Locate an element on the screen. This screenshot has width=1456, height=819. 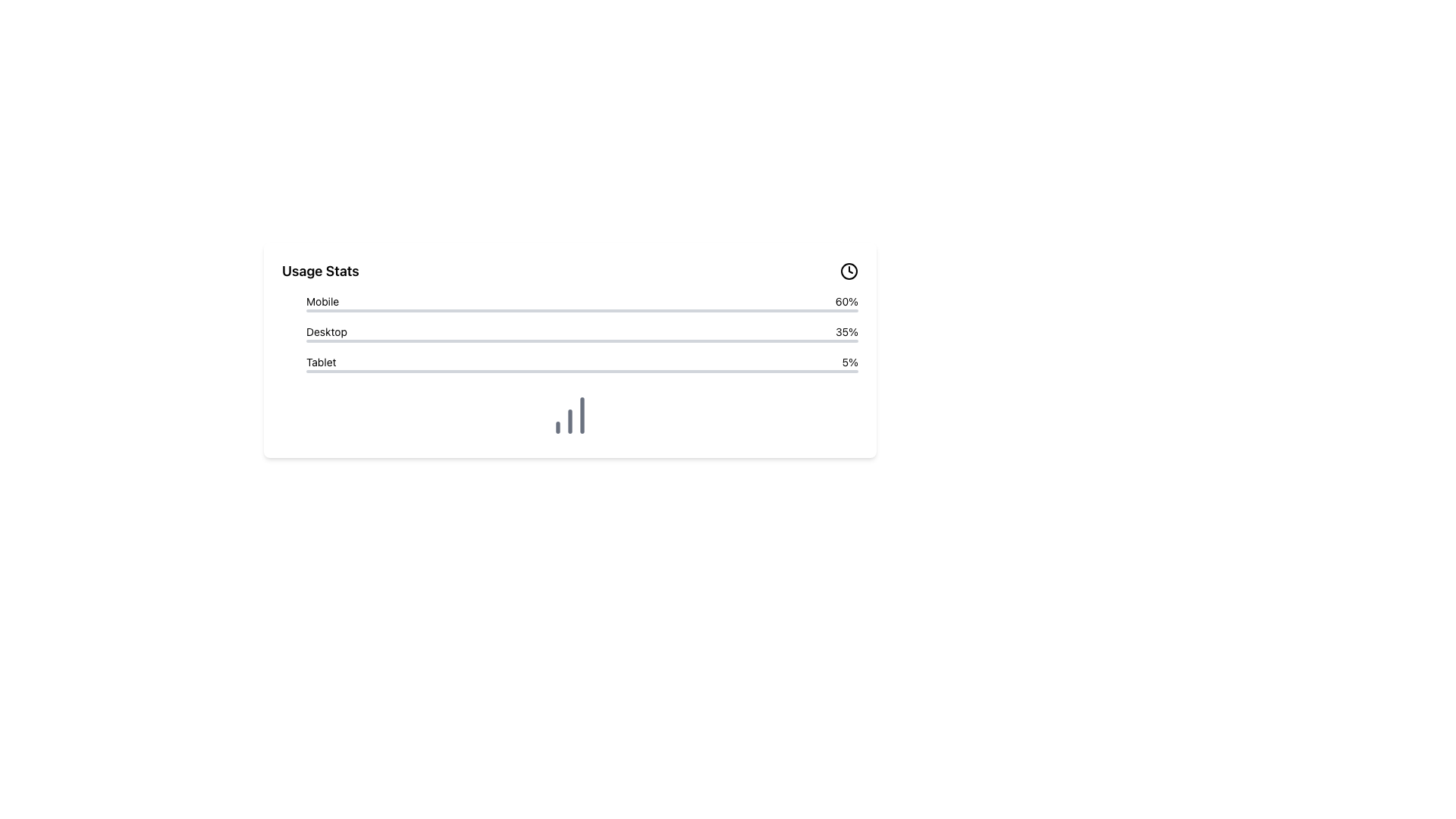
the Information Display Row with Progress Bar, which is the third entry in a vertical list, conveying tablet usage statistics is located at coordinates (570, 363).